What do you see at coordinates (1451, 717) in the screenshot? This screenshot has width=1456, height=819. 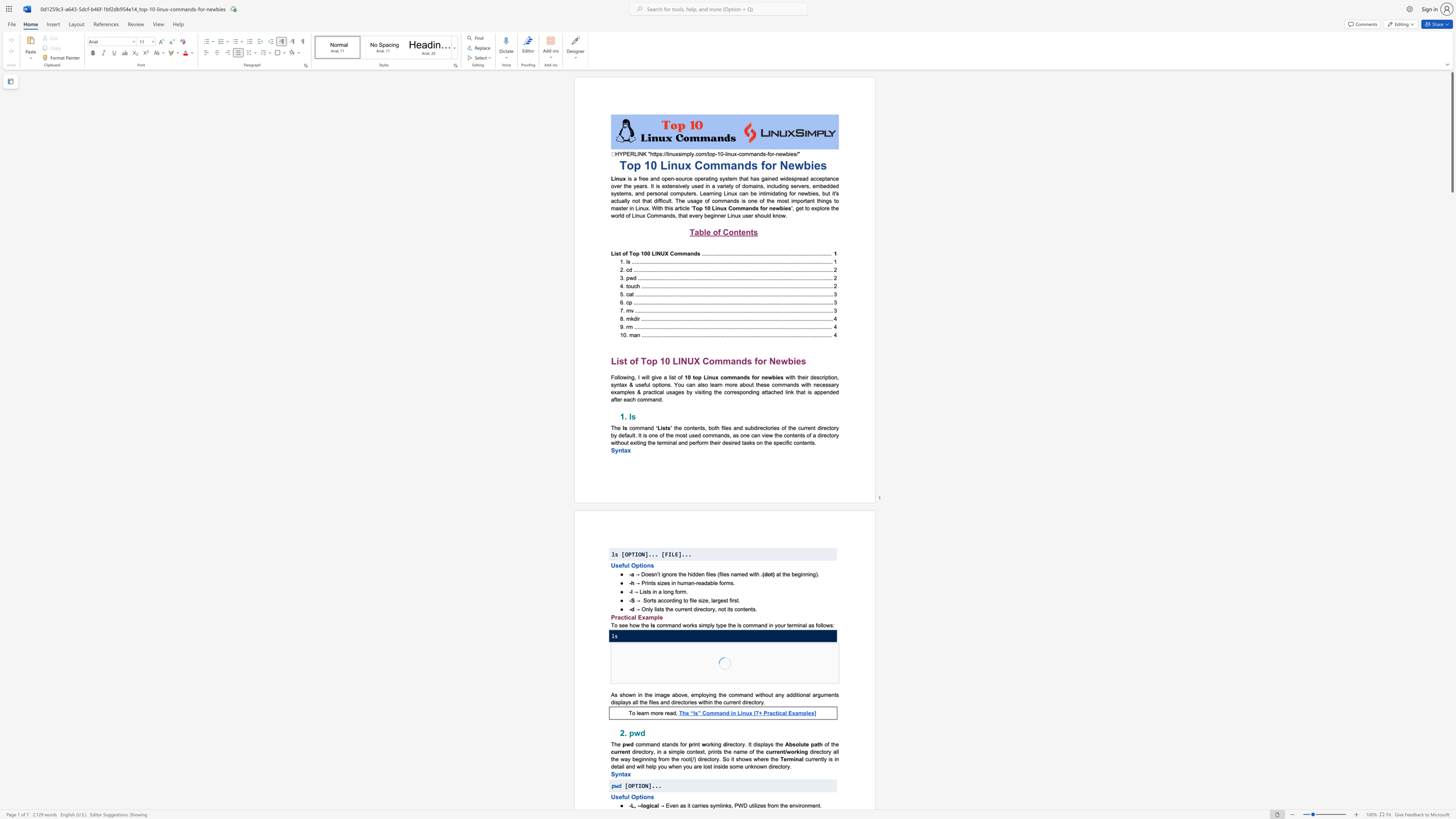 I see `the scrollbar to move the page down` at bounding box center [1451, 717].